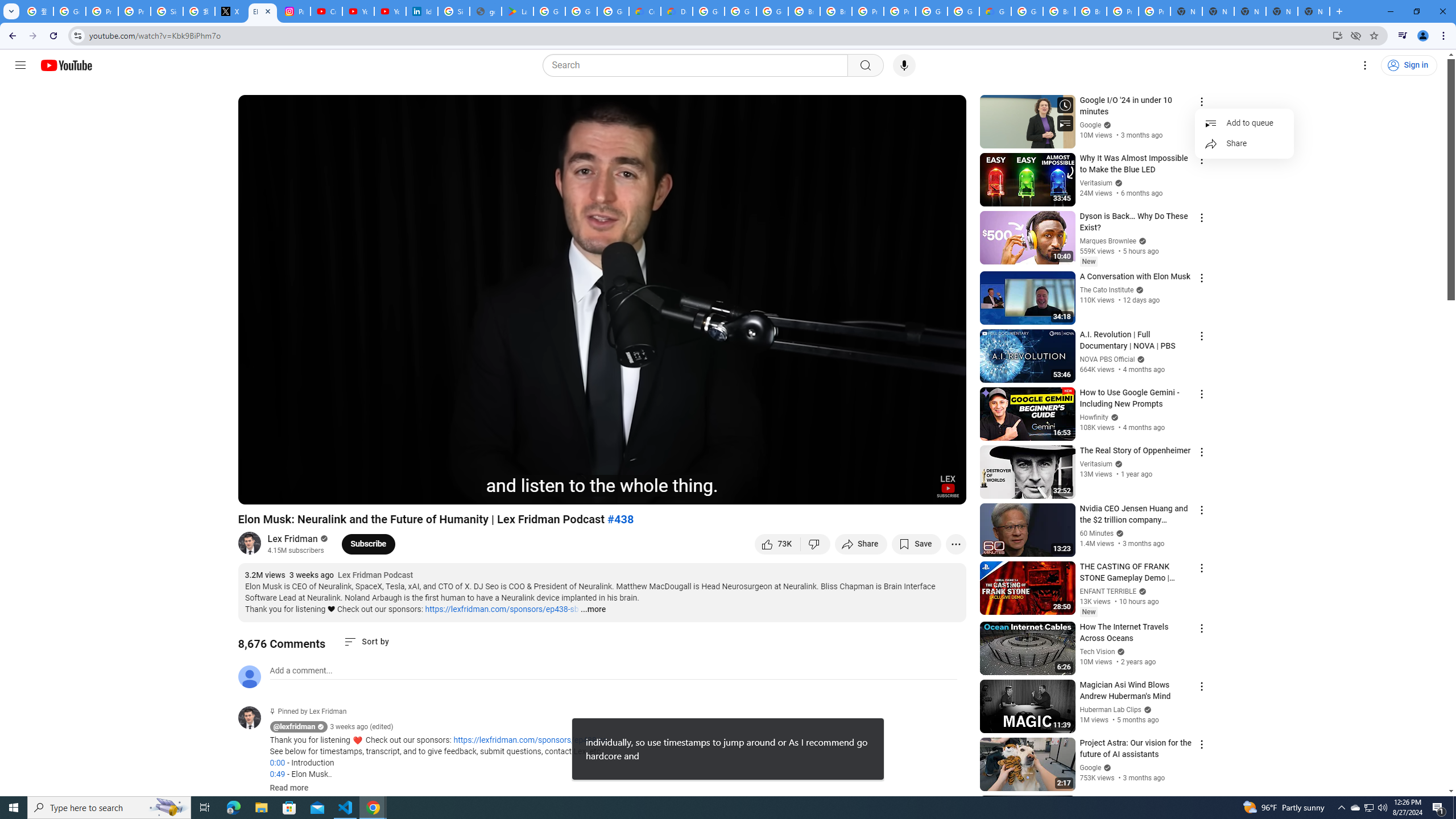  I want to click on 'Sign in - Google Accounts', so click(453, 11).